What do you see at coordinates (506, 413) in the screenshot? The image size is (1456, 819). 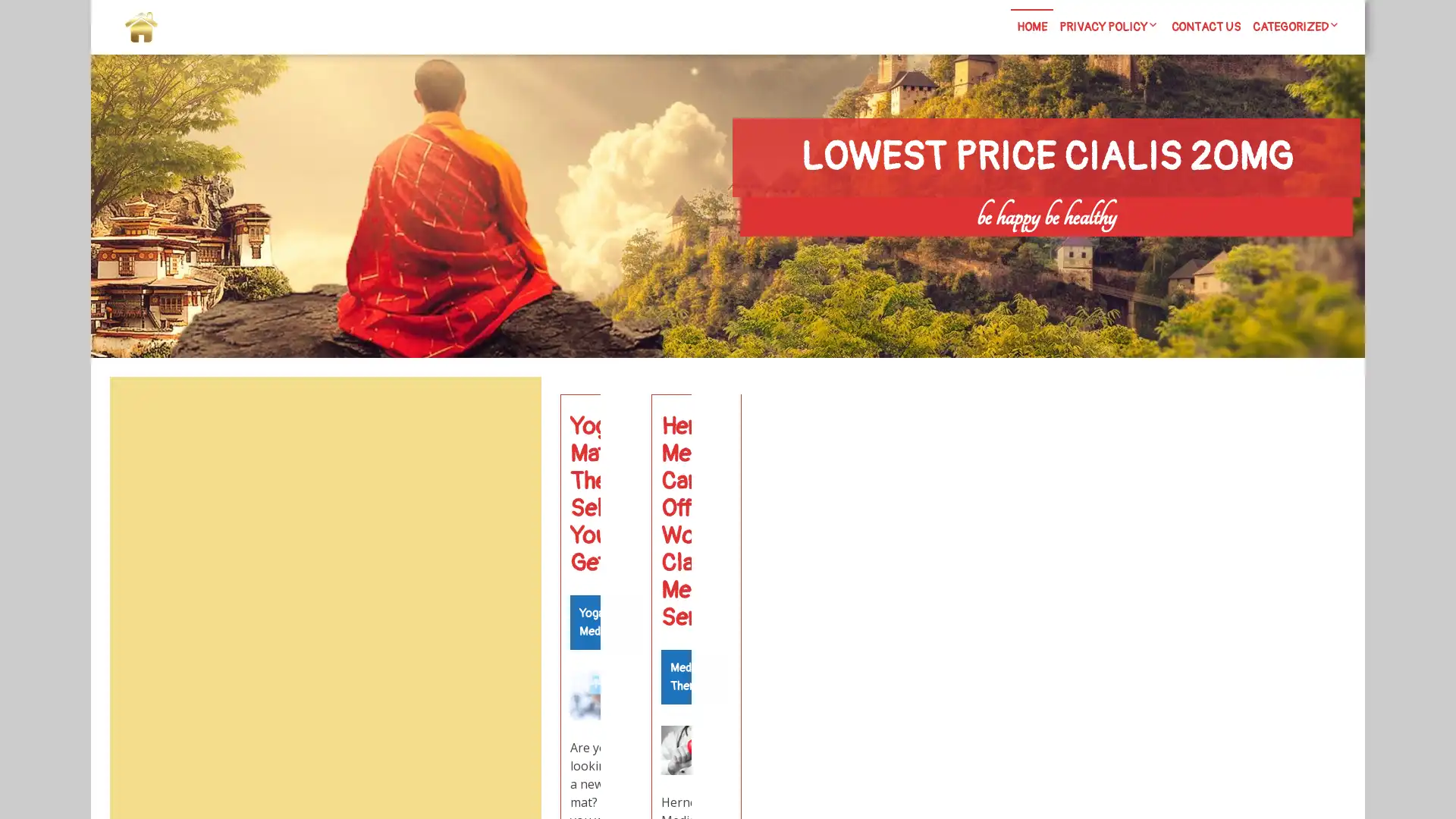 I see `Search` at bounding box center [506, 413].